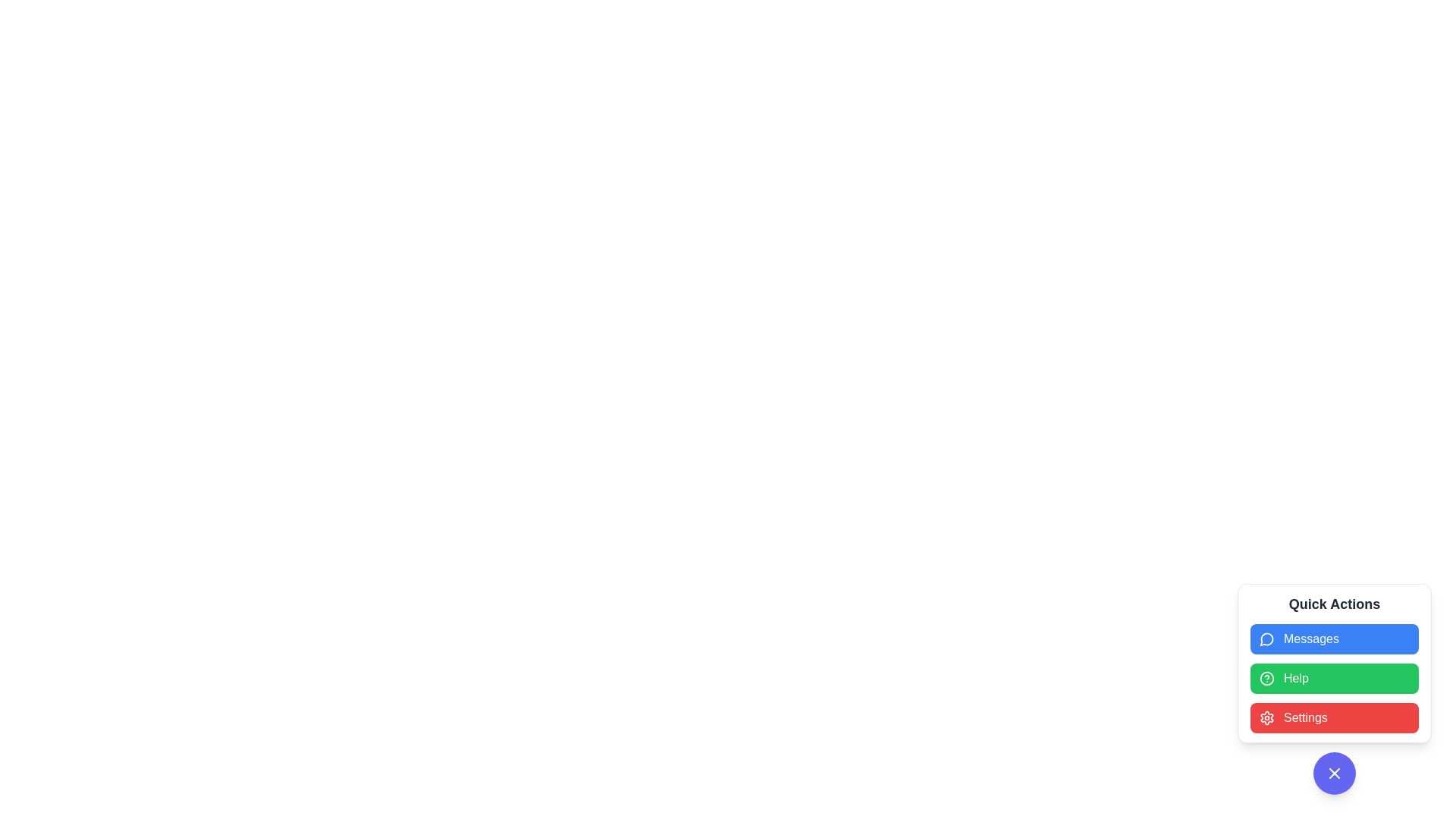 The image size is (1456, 819). What do you see at coordinates (1266, 677) in the screenshot?
I see `the 'Help' button which contains a white question mark icon on a green background for accessibility` at bounding box center [1266, 677].